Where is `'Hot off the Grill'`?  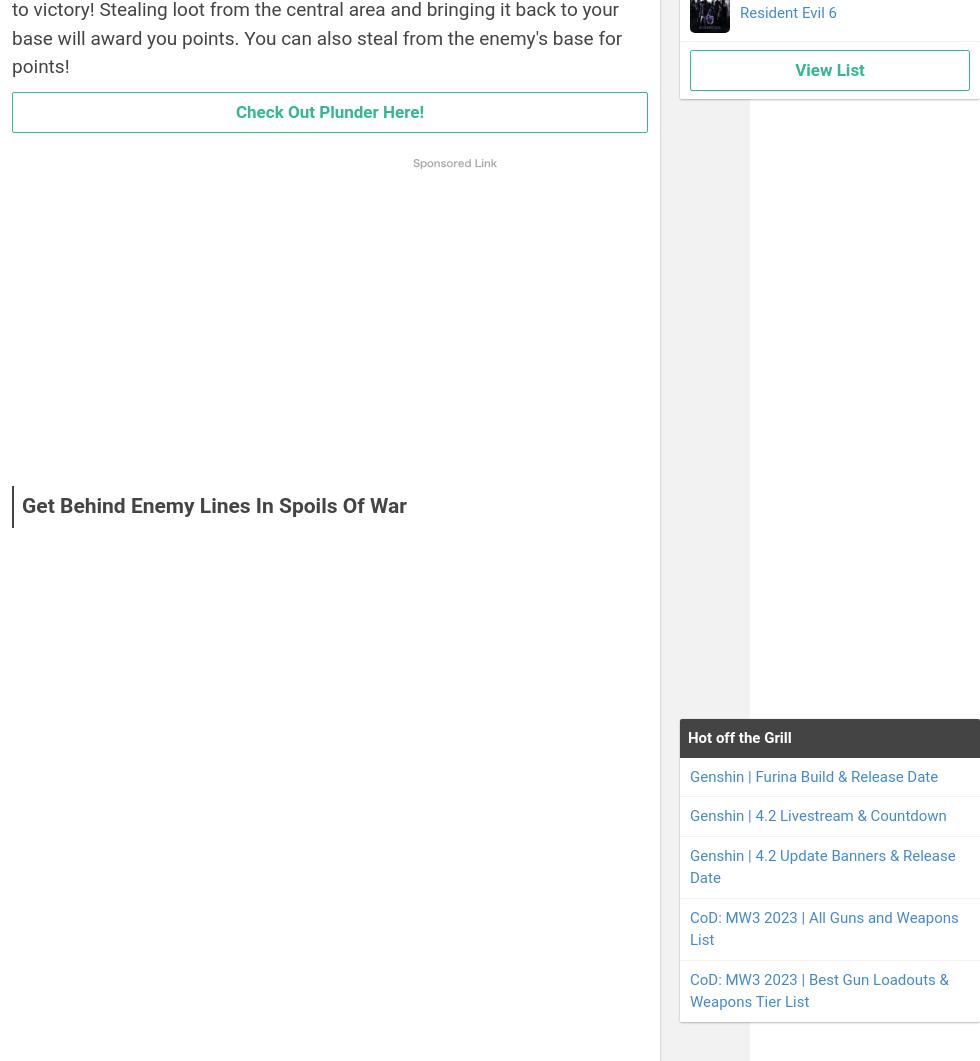 'Hot off the Grill' is located at coordinates (739, 738).